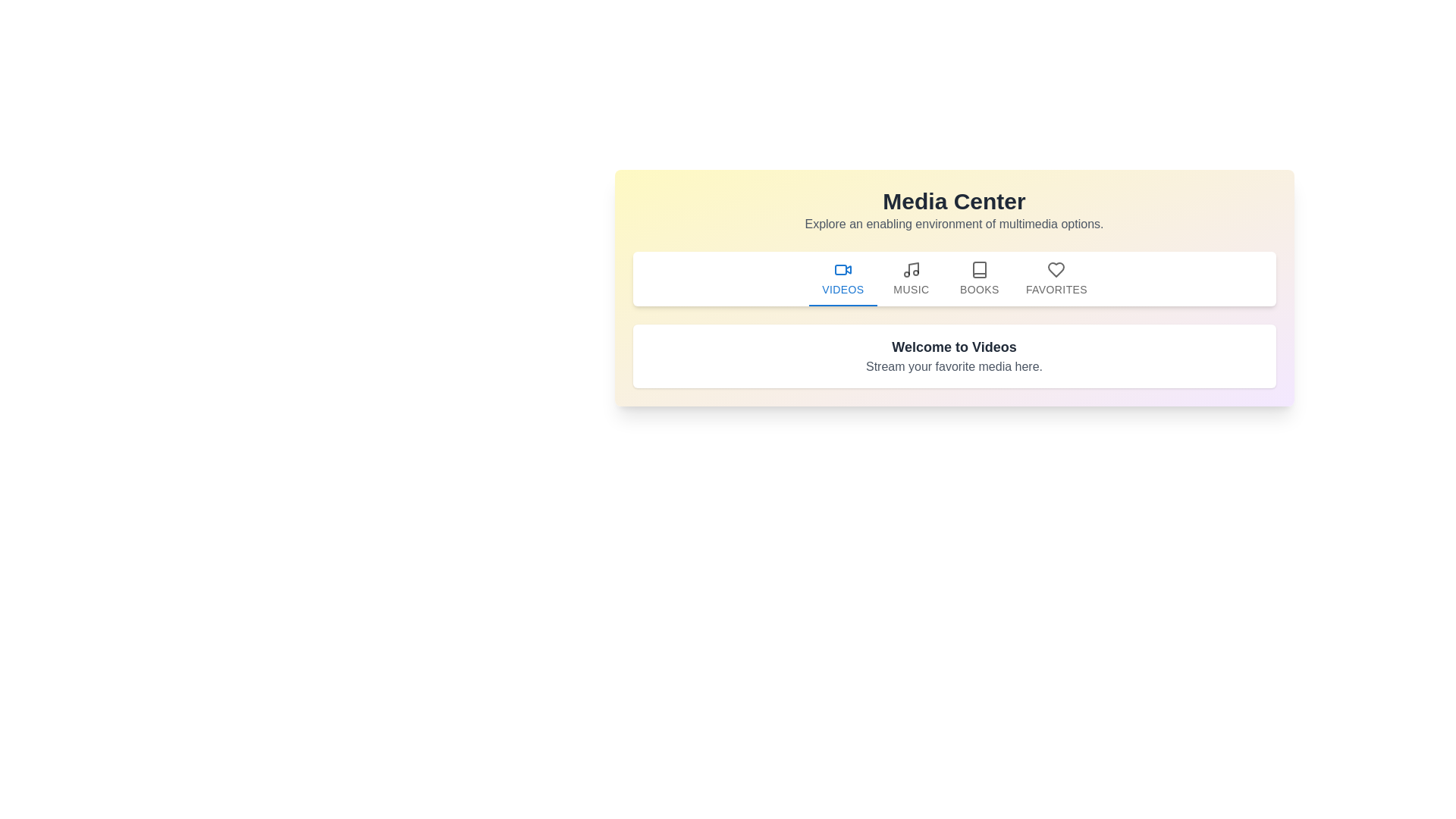  What do you see at coordinates (1056, 278) in the screenshot?
I see `the Tab Button for favorites` at bounding box center [1056, 278].